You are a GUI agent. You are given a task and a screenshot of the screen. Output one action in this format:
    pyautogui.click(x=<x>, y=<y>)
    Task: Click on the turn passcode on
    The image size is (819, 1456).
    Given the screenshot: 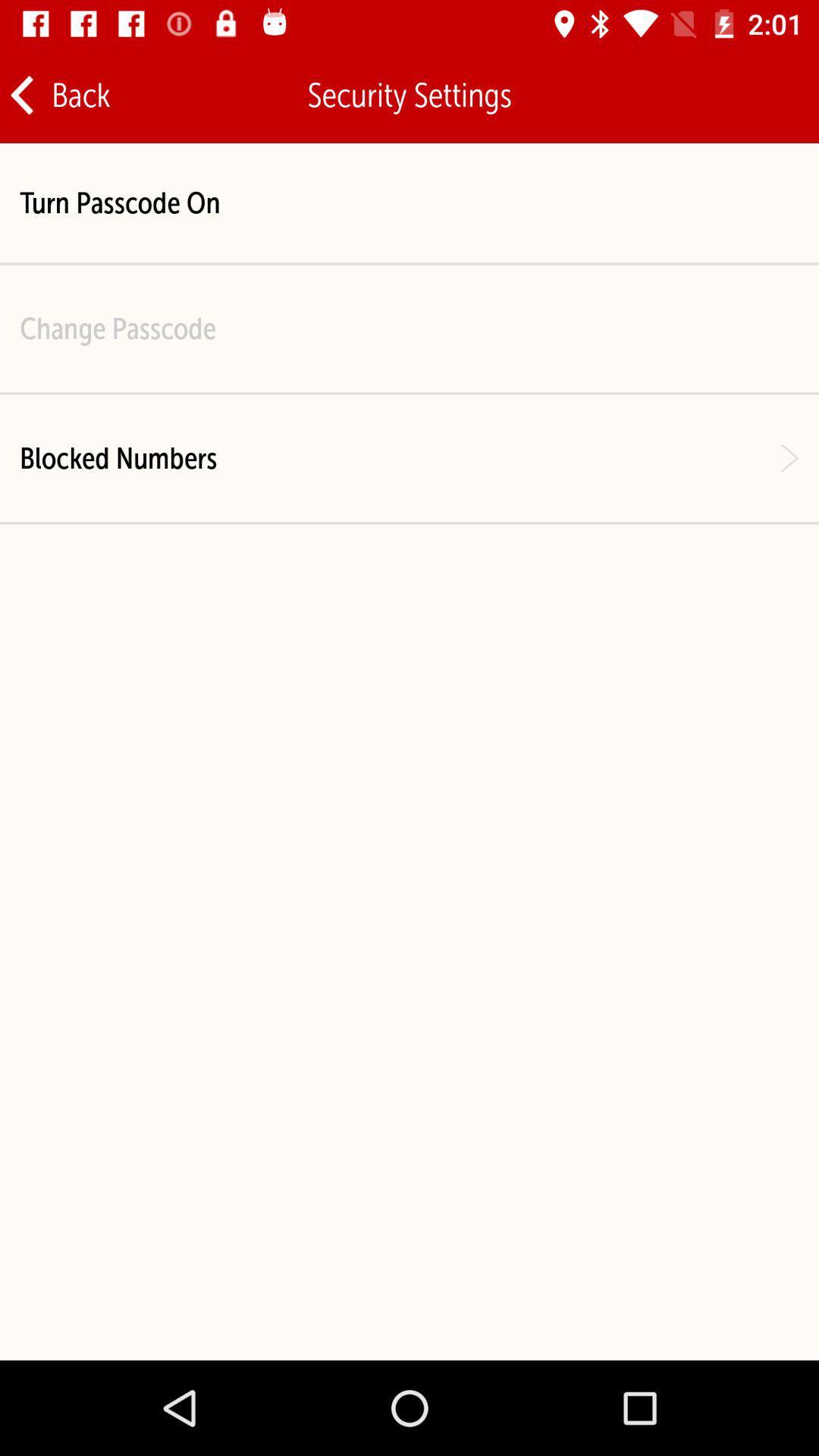 What is the action you would take?
    pyautogui.click(x=119, y=202)
    